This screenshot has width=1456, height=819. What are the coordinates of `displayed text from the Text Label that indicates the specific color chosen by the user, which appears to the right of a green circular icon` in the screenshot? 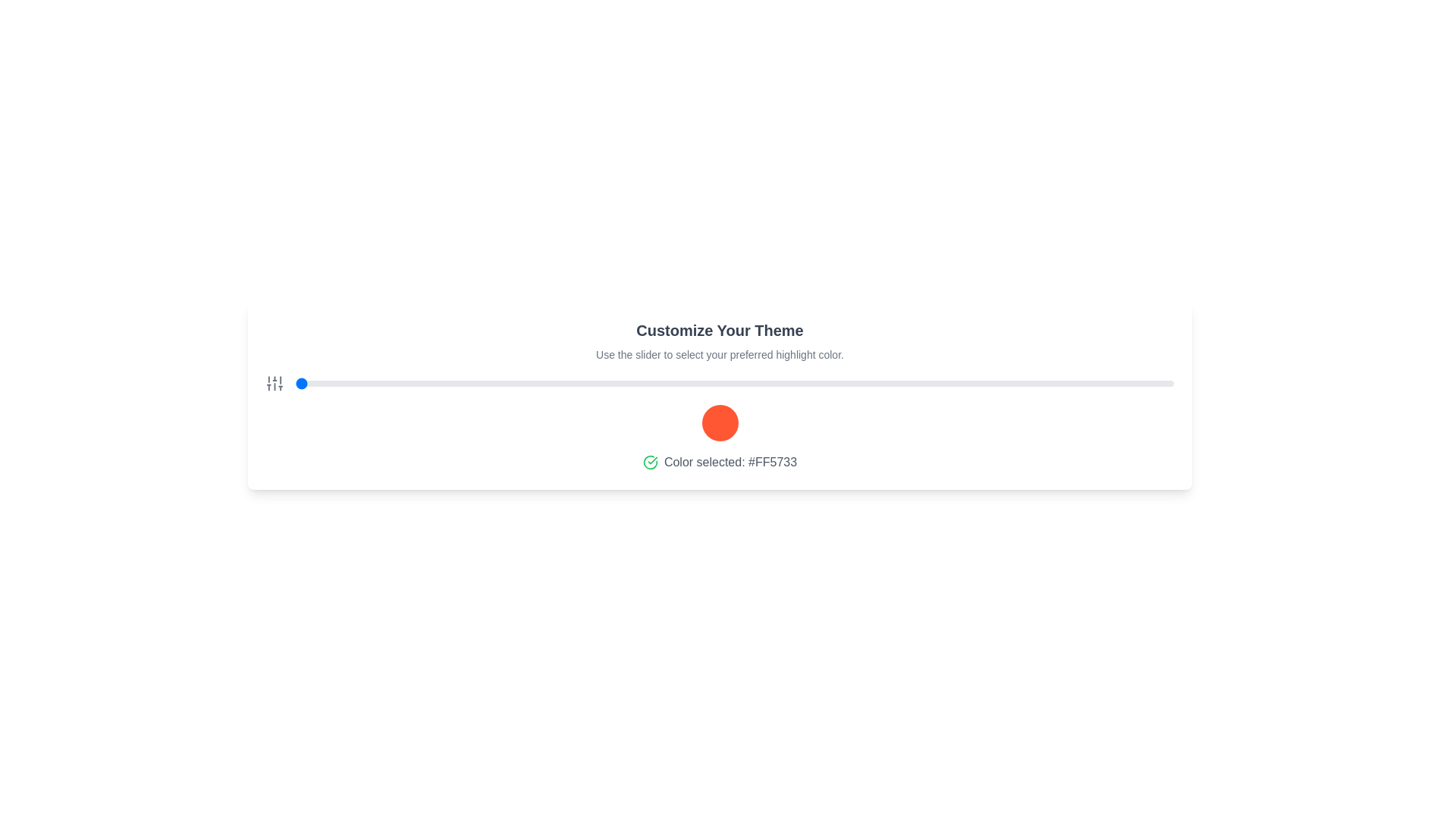 It's located at (730, 461).